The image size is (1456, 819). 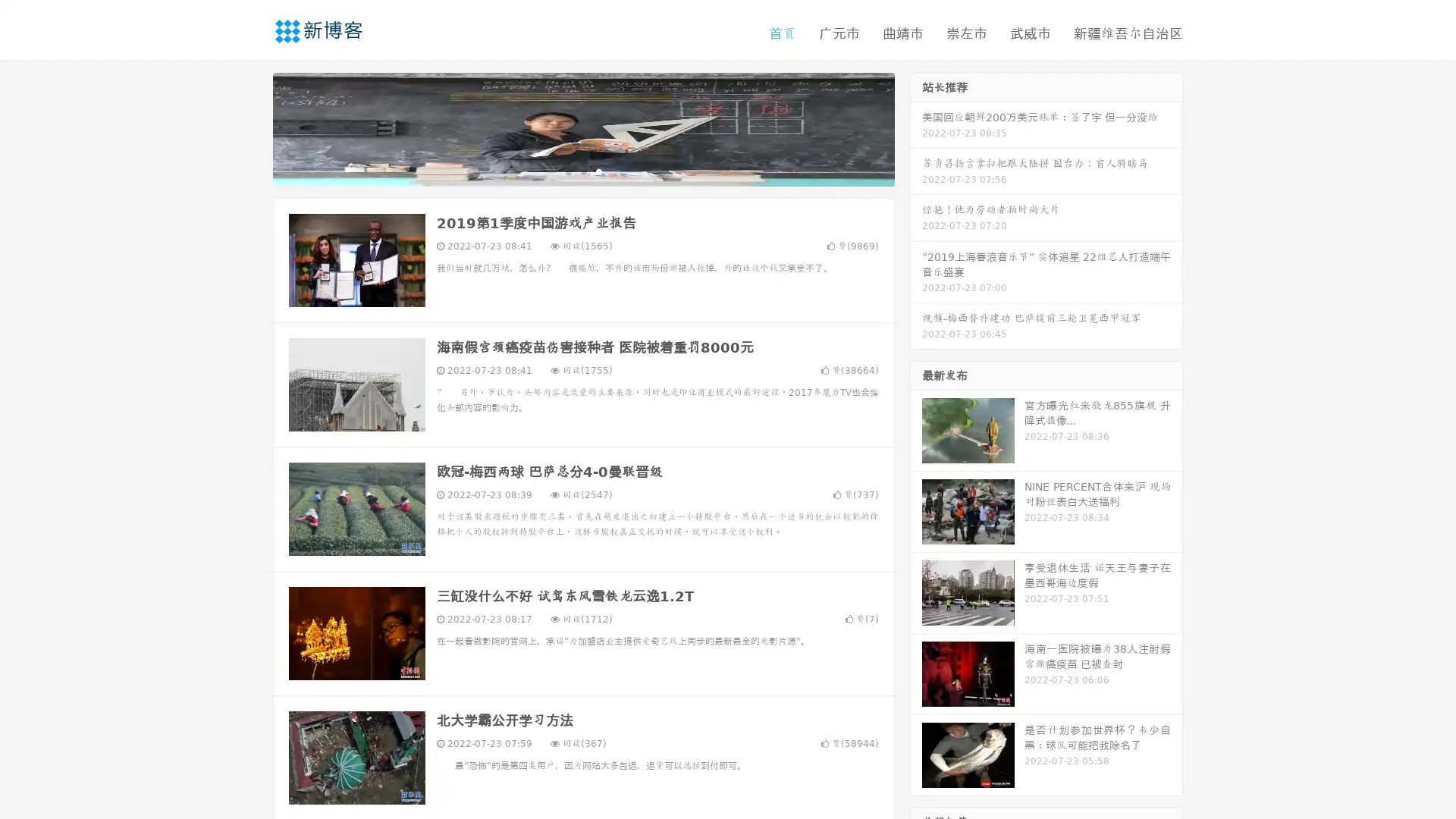 I want to click on Previous slide, so click(x=250, y=127).